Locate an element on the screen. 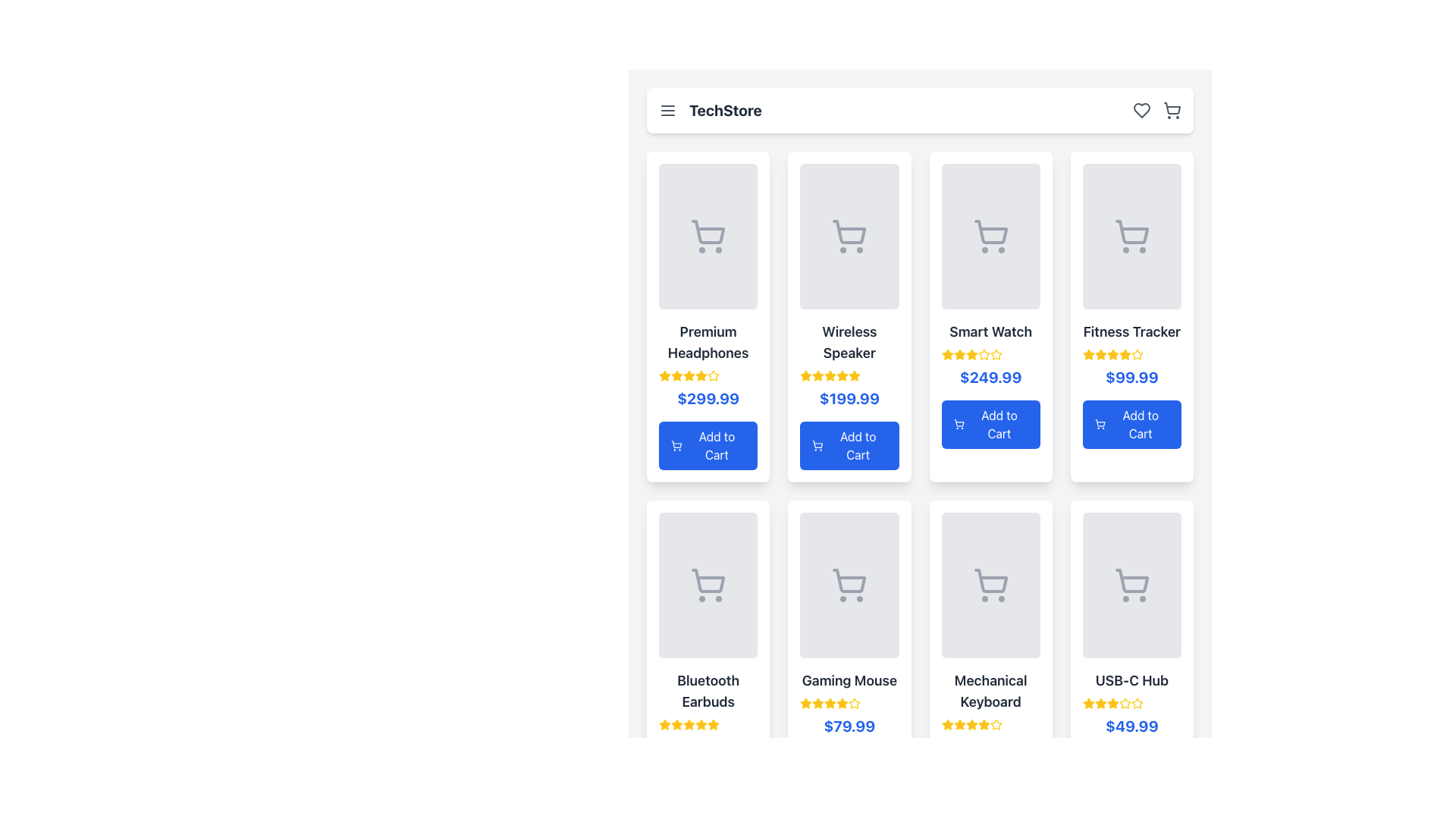 This screenshot has width=1456, height=819. the third yellow star icon in the rating system located beneath the Wireless Speaker product card is located at coordinates (805, 375).